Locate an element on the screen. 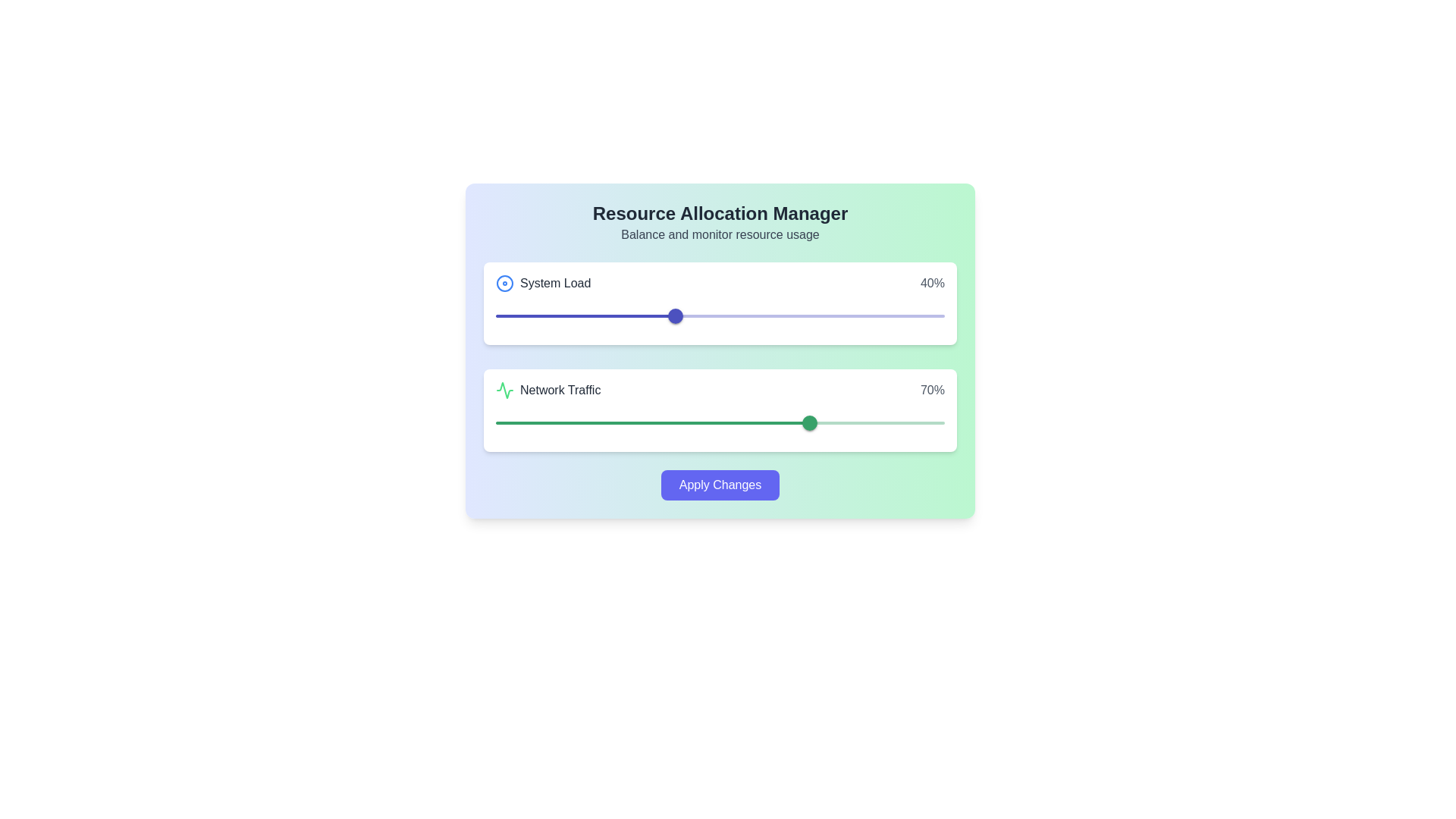 The width and height of the screenshot is (1456, 819). the slider is located at coordinates (683, 423).